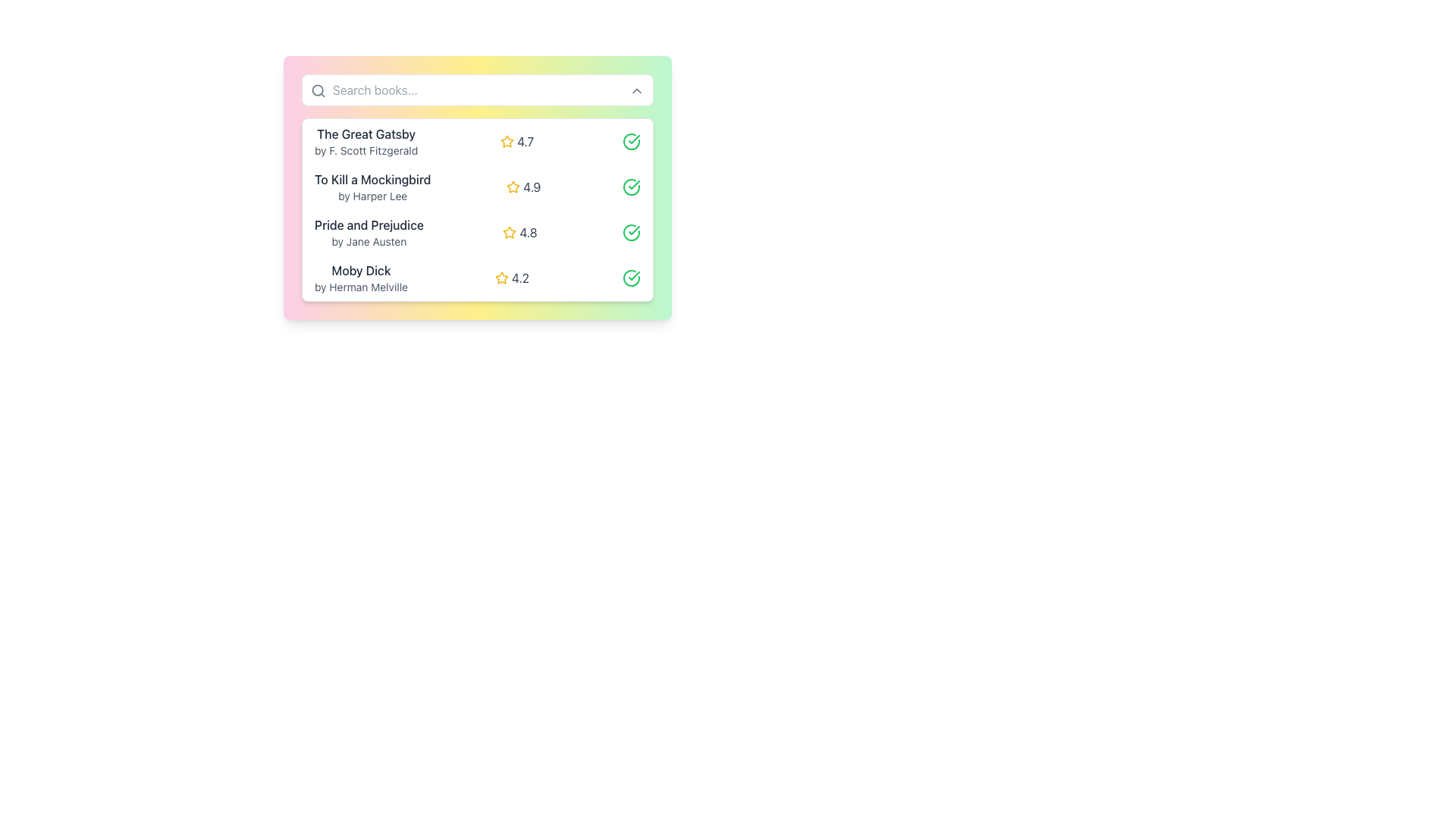  What do you see at coordinates (318, 90) in the screenshot?
I see `the small search icon represented by a magnifying glass located at the left-most side of the search input field, adjacent to the placeholder text 'Search books...'` at bounding box center [318, 90].